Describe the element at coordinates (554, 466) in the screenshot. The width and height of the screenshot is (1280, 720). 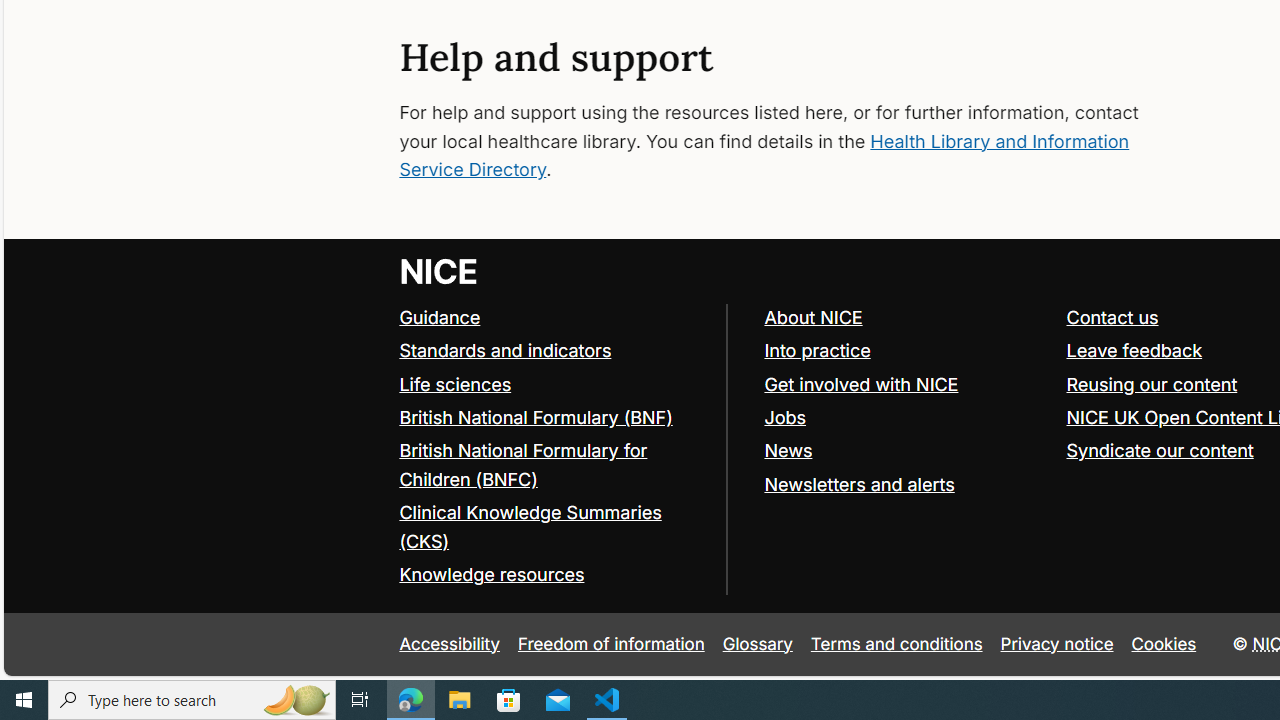
I see `'British National Formulary for Children (BNFC)'` at that location.